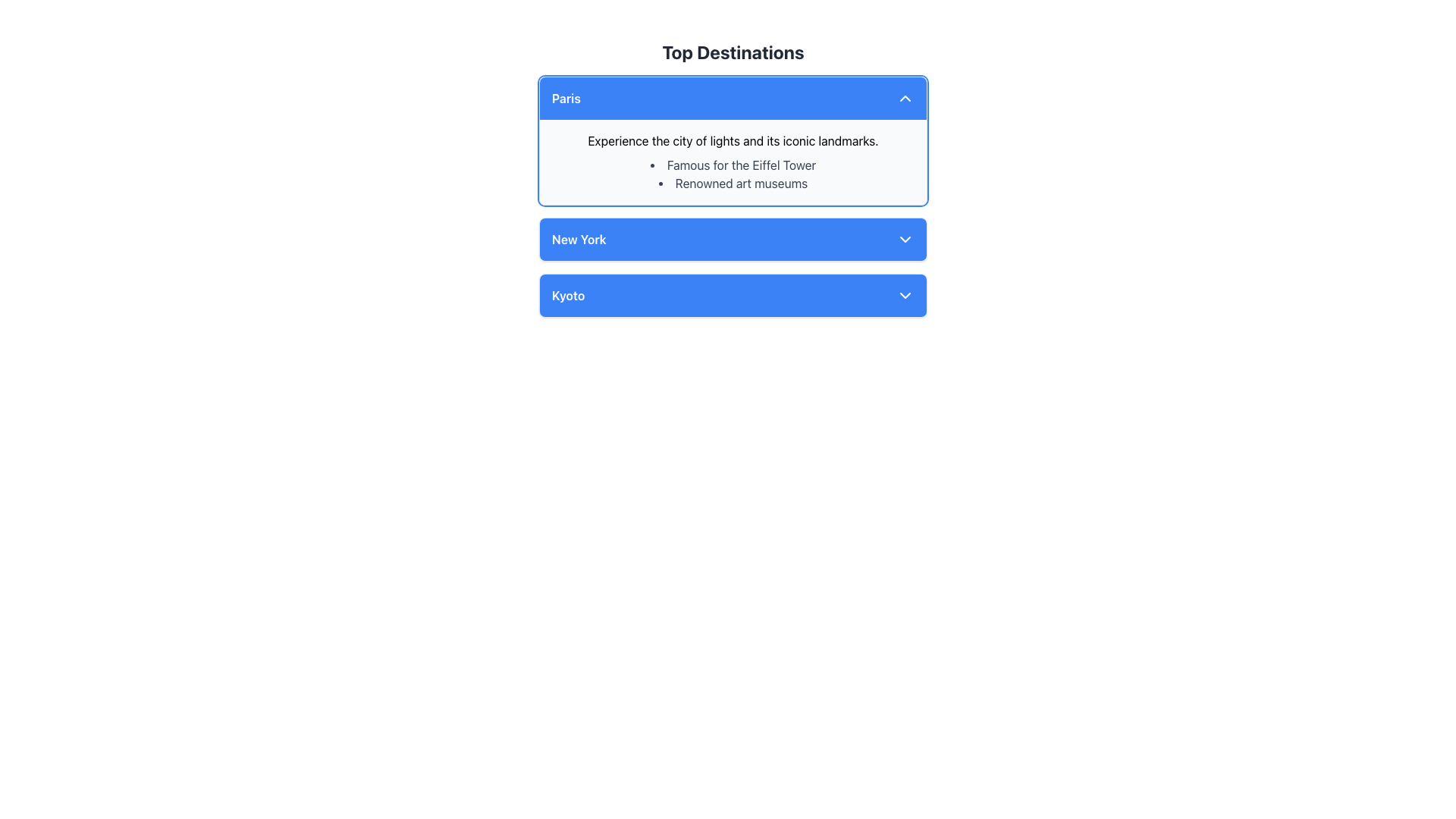 The width and height of the screenshot is (1456, 819). Describe the element at coordinates (733, 165) in the screenshot. I see `the text string 'Famous for the Eiffel Tower' which is styled with a gray font color and is the first item in a bulleted list under the 'Paris' section` at that location.